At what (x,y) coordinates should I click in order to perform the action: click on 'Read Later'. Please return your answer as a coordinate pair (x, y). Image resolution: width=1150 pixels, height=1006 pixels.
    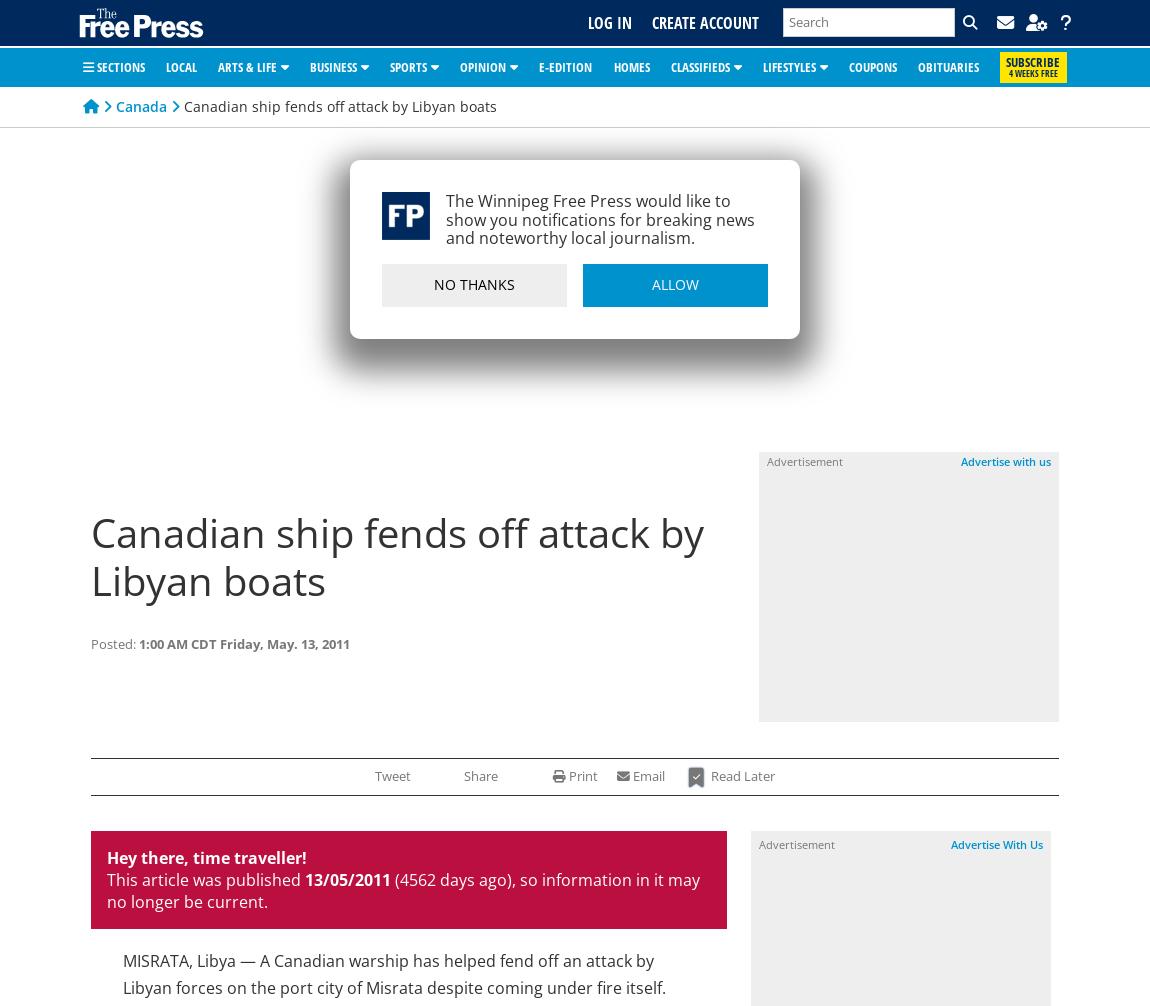
    Looking at the image, I should click on (740, 775).